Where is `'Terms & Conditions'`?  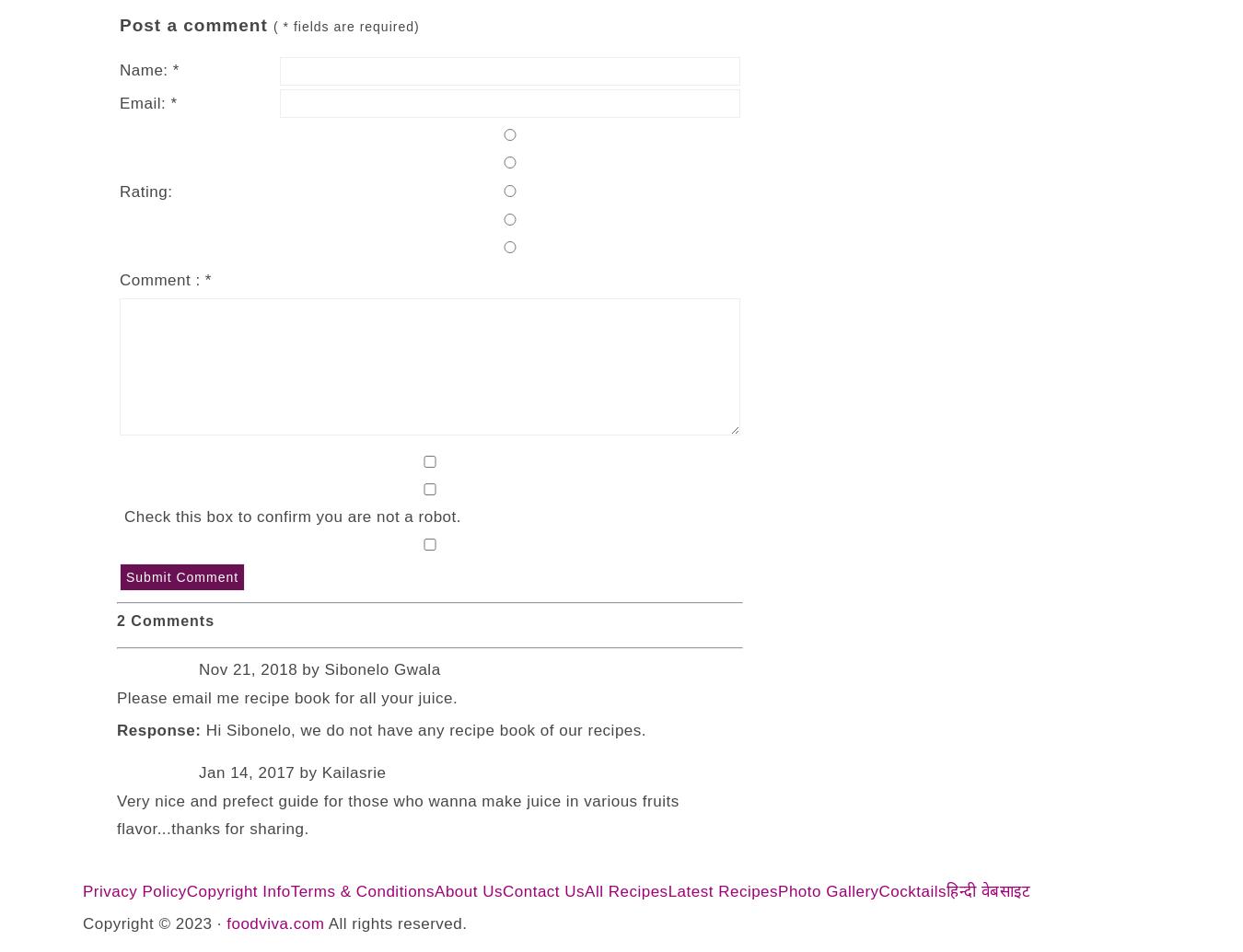
'Terms & Conditions' is located at coordinates (362, 889).